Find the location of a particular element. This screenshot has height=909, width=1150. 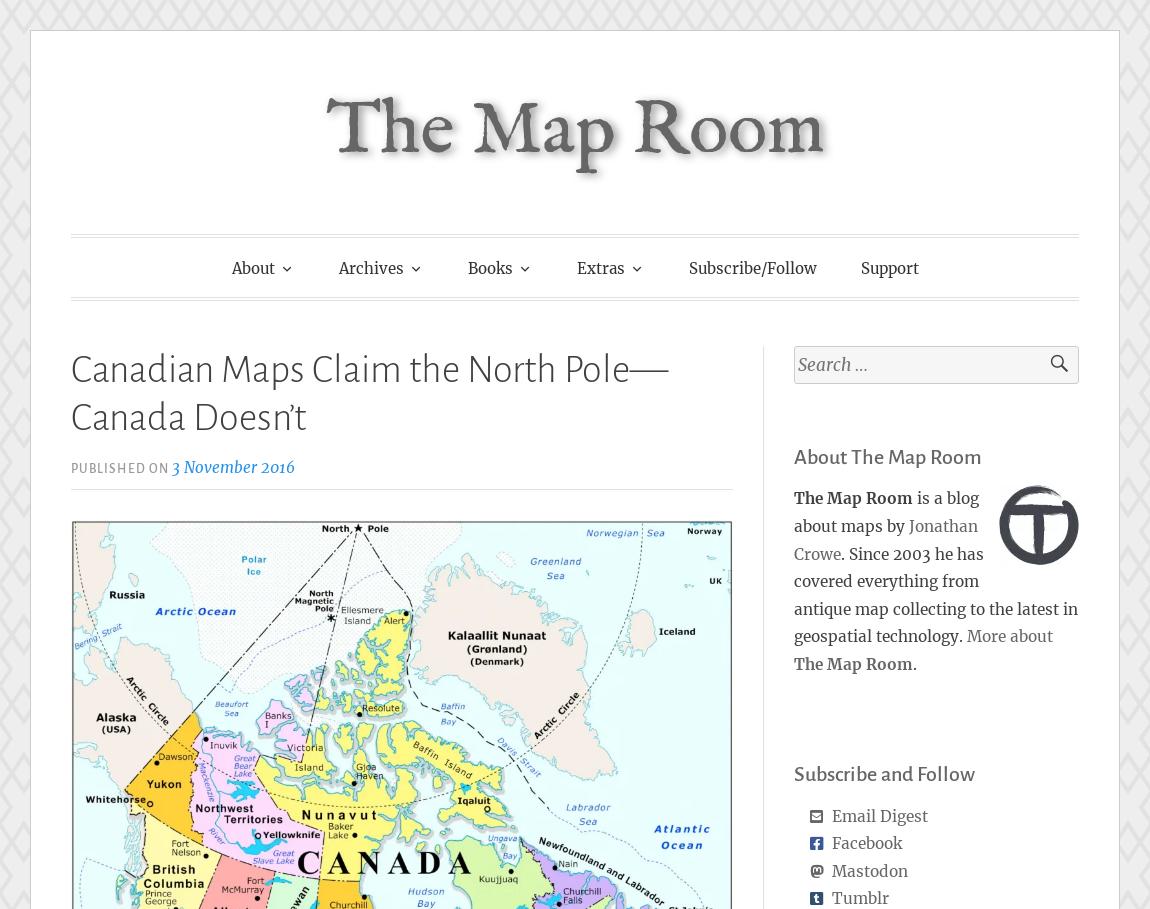

'Published on' is located at coordinates (120, 468).